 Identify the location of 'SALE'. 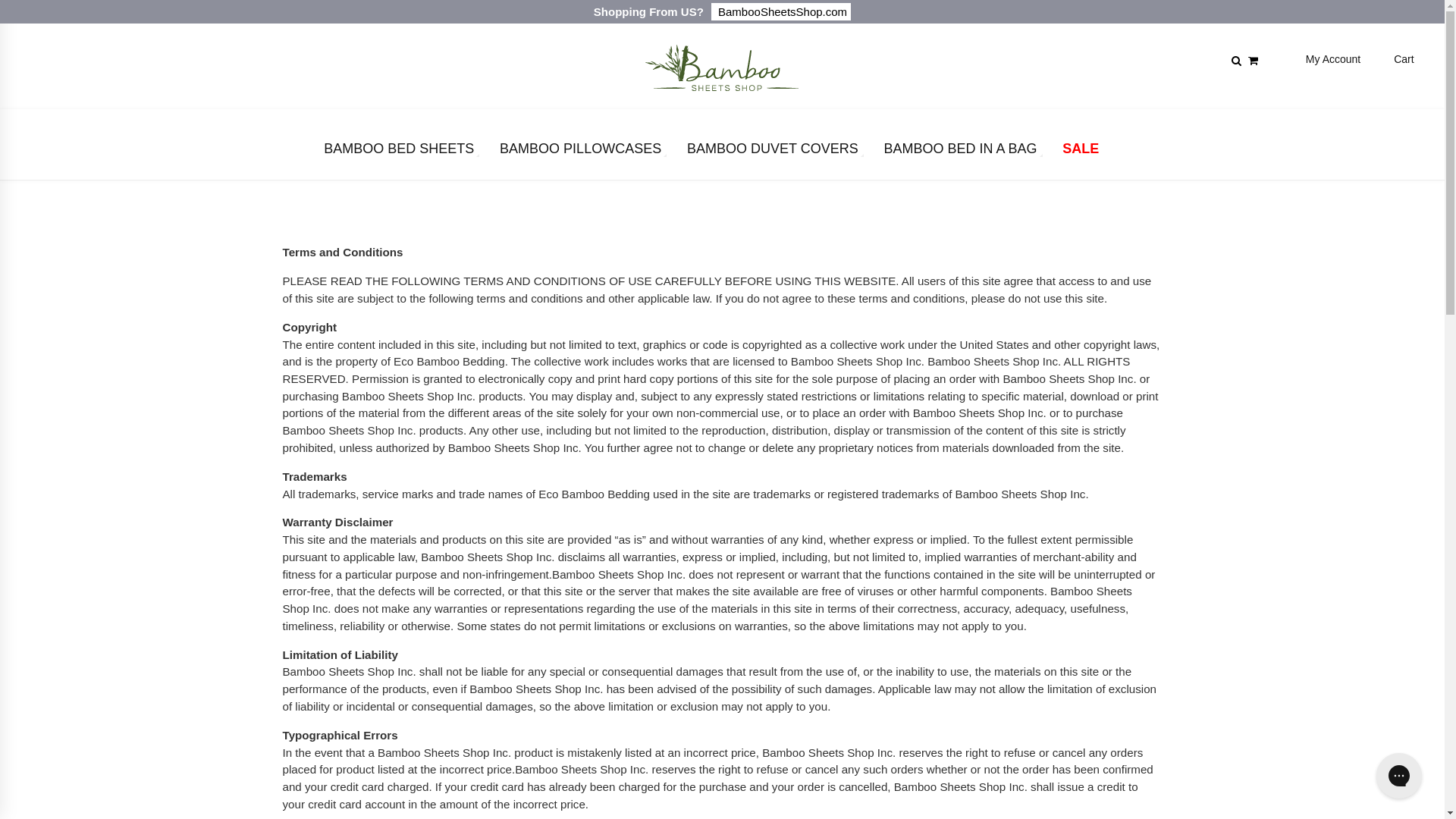
(1058, 152).